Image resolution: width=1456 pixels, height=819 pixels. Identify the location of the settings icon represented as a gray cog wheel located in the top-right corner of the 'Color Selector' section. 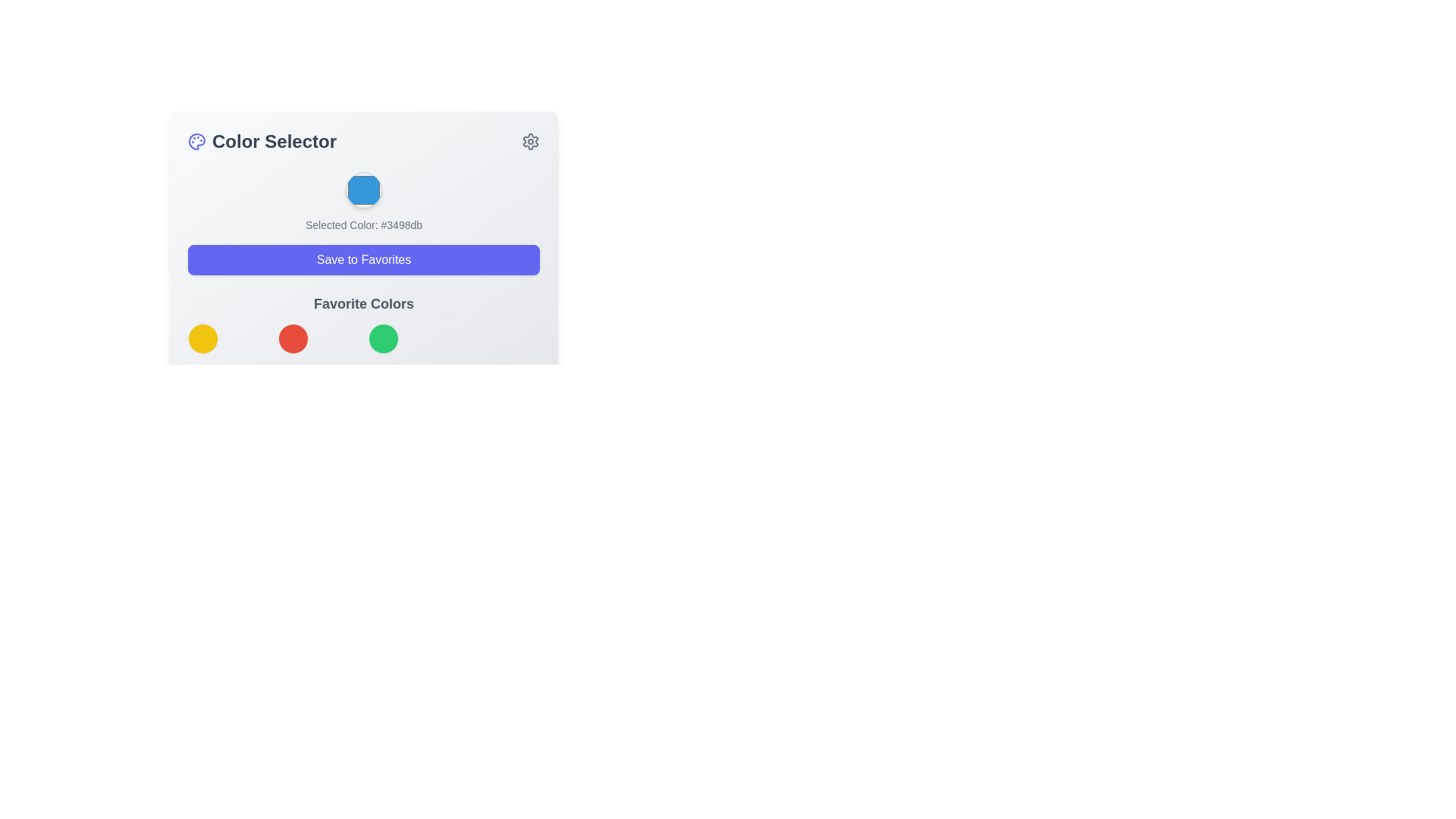
(531, 141).